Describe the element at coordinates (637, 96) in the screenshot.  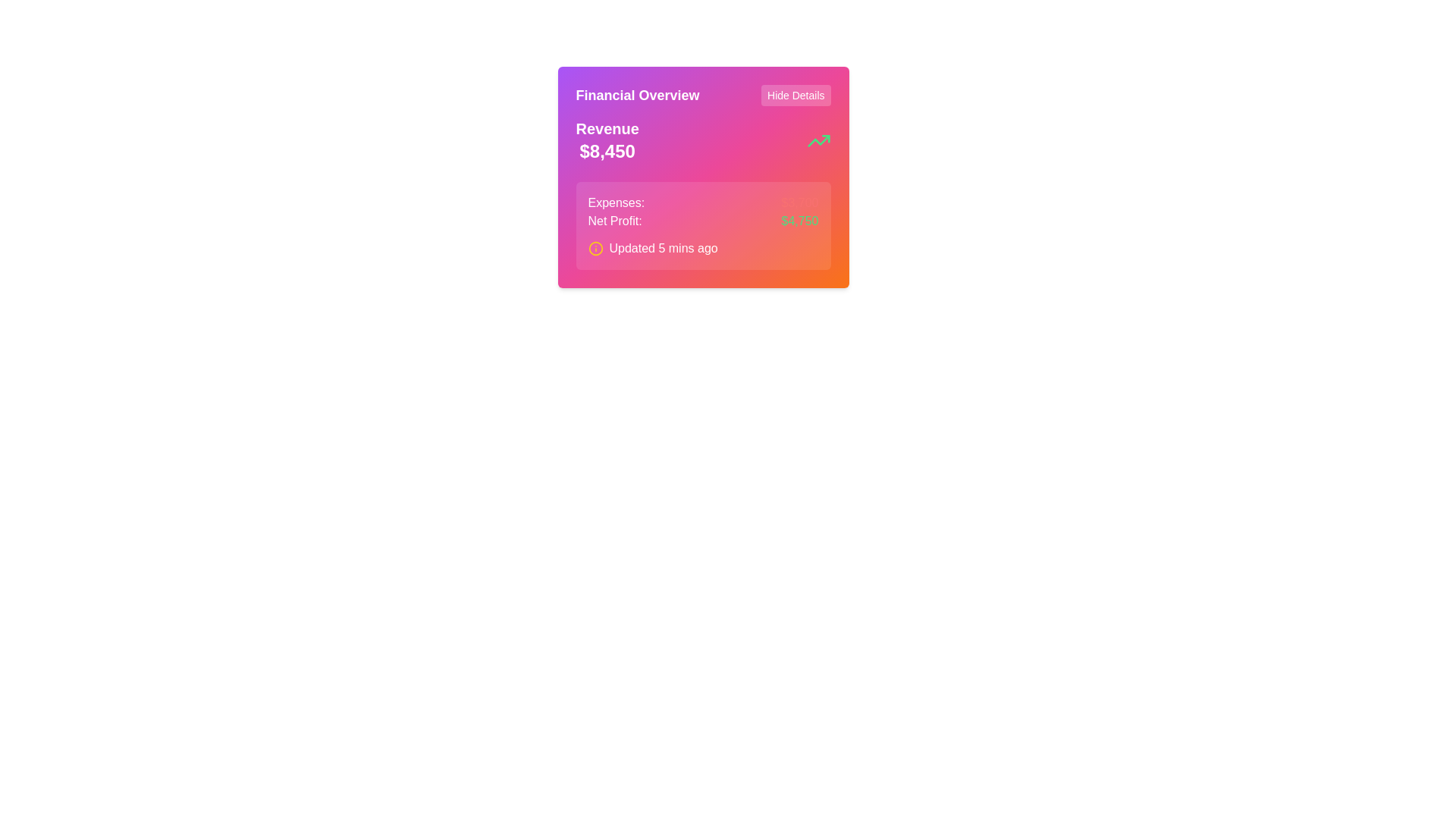
I see `the 'Financial Overview' text label, which is styled in a bold and larger font, located at the top-left of a colorful gradient card transitioning from pink to orange` at that location.